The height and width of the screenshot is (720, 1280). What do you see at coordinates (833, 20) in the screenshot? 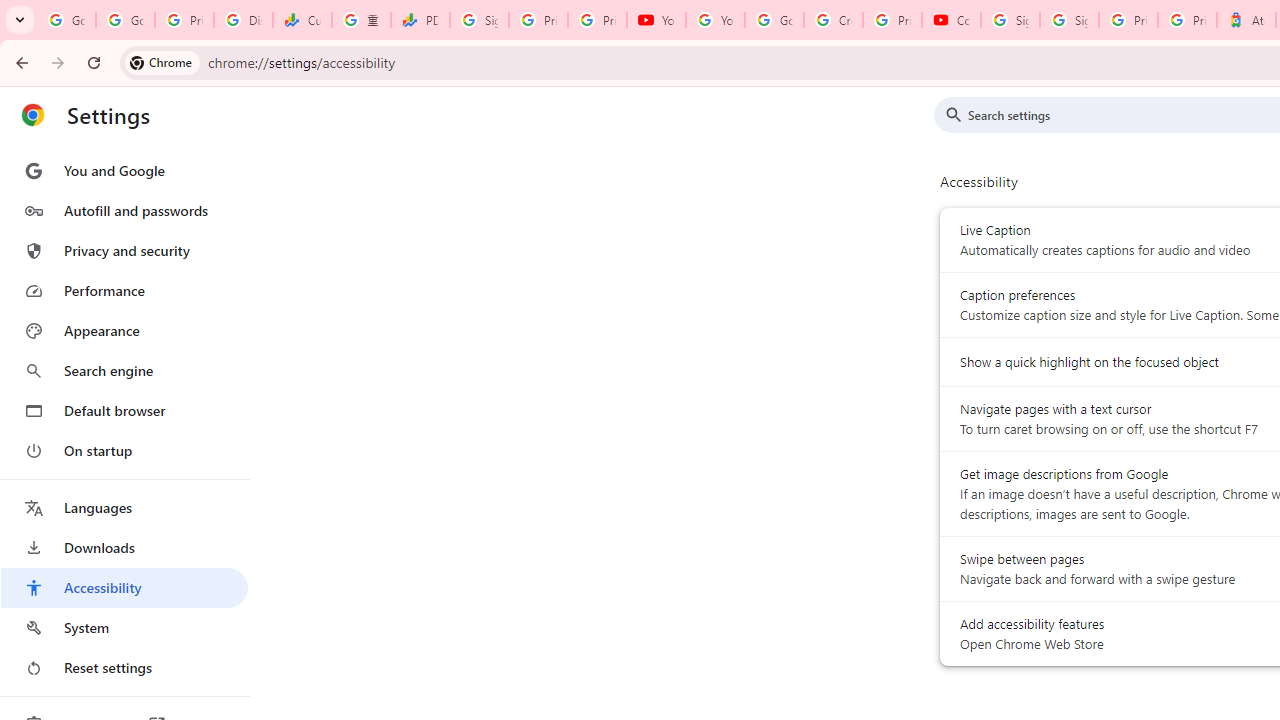
I see `'Create your Google Account'` at bounding box center [833, 20].